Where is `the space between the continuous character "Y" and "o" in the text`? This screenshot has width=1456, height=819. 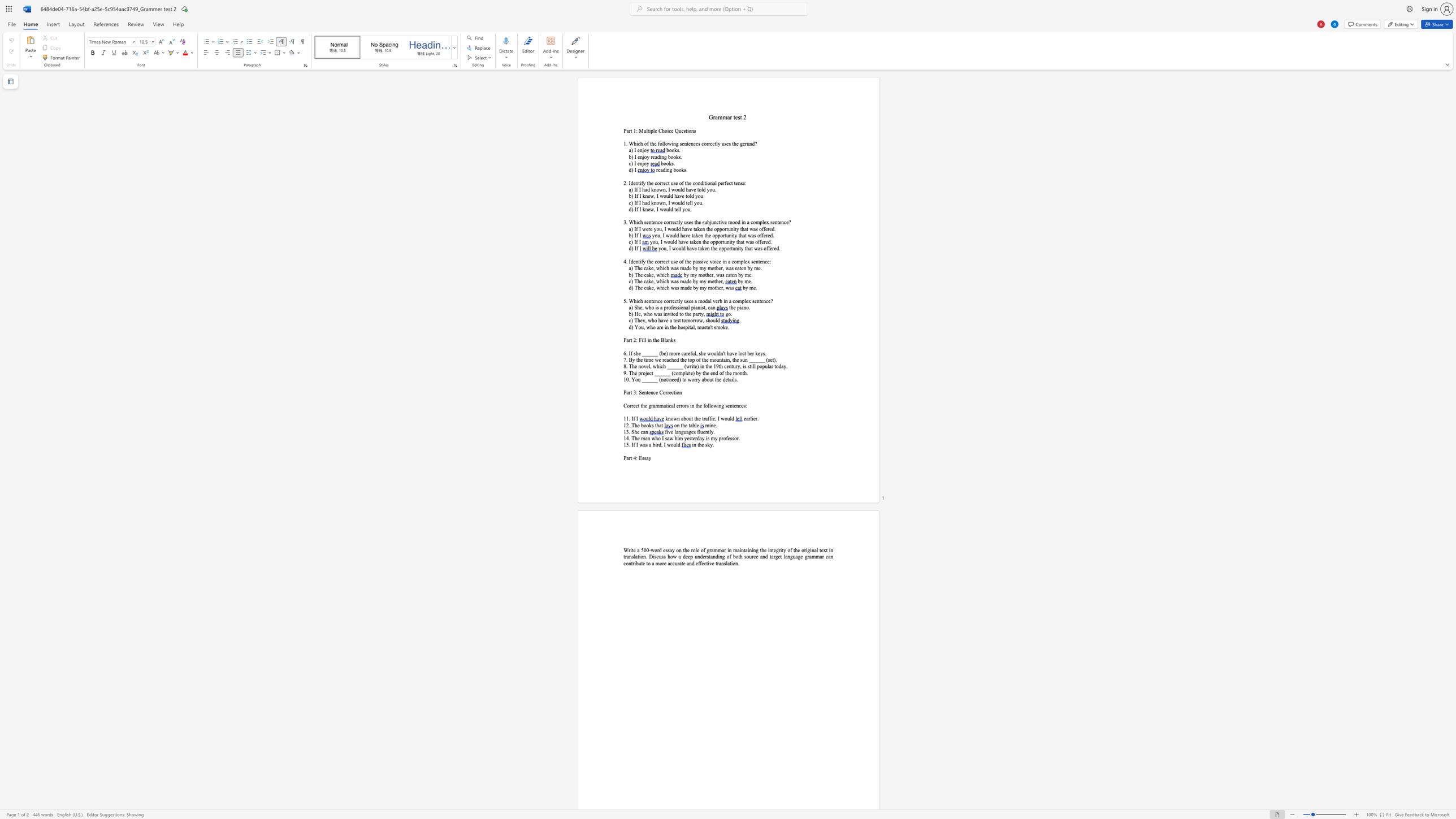 the space between the continuous character "Y" and "o" in the text is located at coordinates (638, 327).